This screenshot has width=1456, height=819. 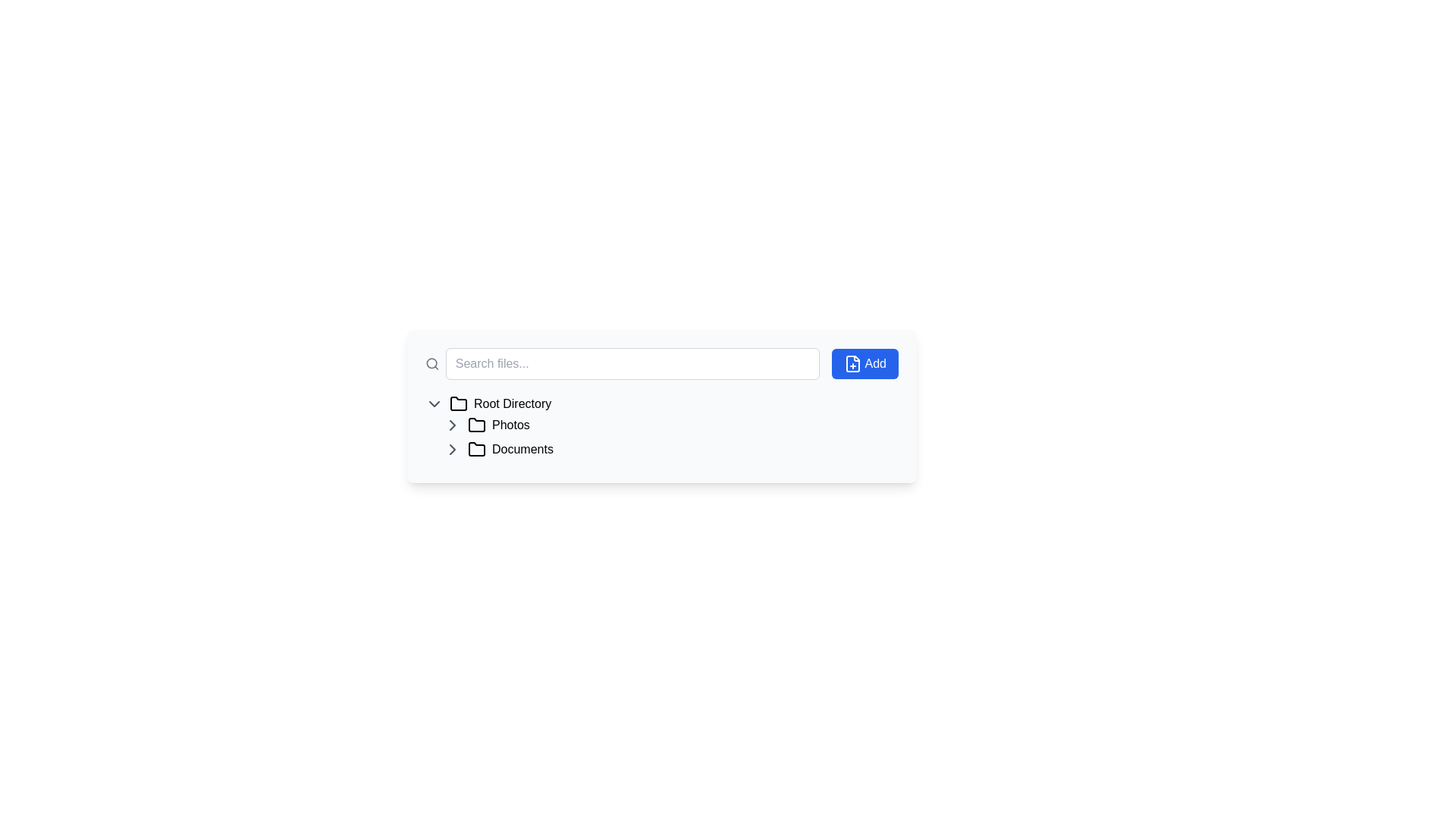 I want to click on the 'Add' icon located within the button labeled 'Add' in the top-right corner of the file management interface, so click(x=852, y=363).